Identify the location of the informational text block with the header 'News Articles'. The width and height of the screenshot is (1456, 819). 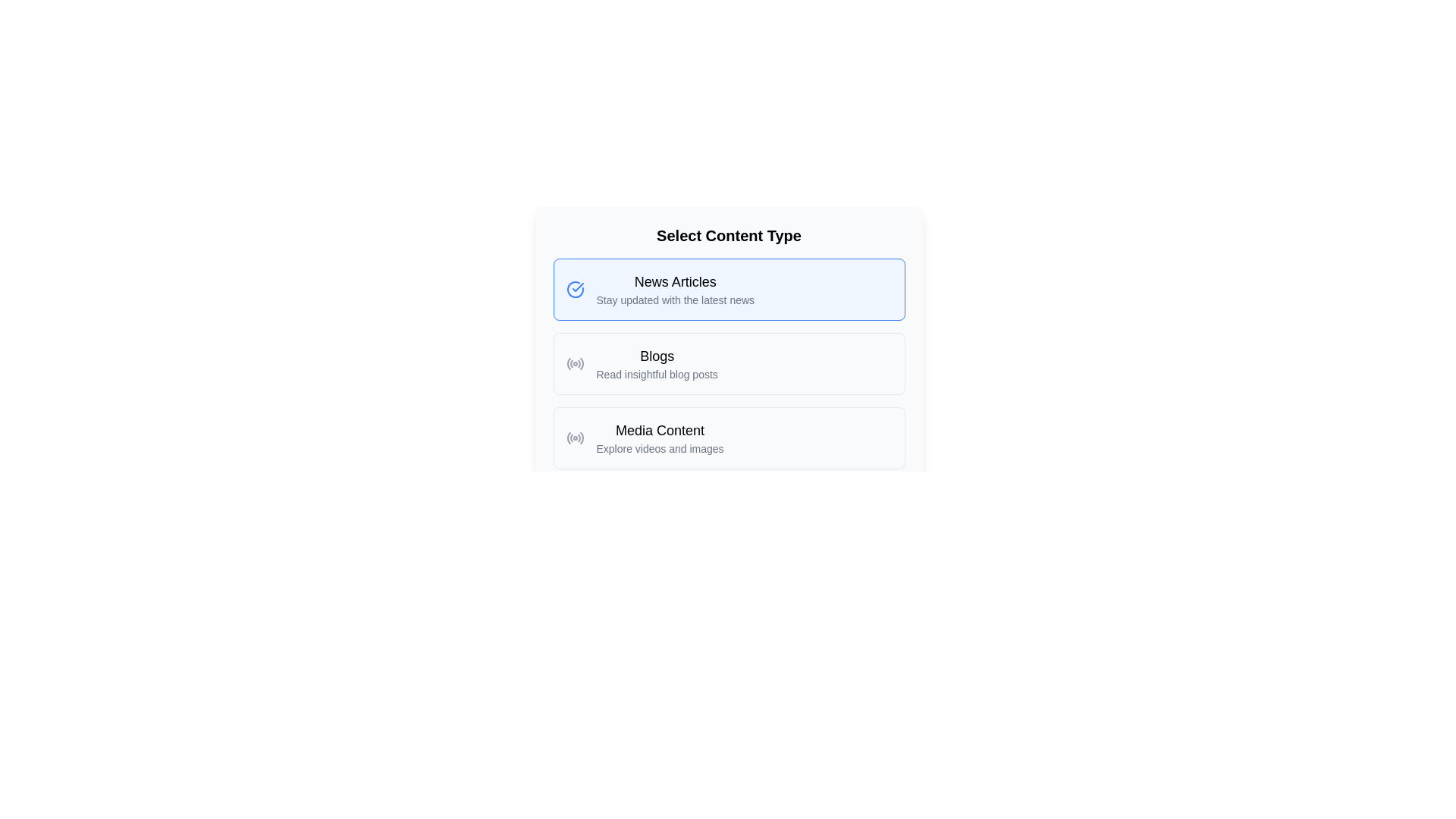
(674, 289).